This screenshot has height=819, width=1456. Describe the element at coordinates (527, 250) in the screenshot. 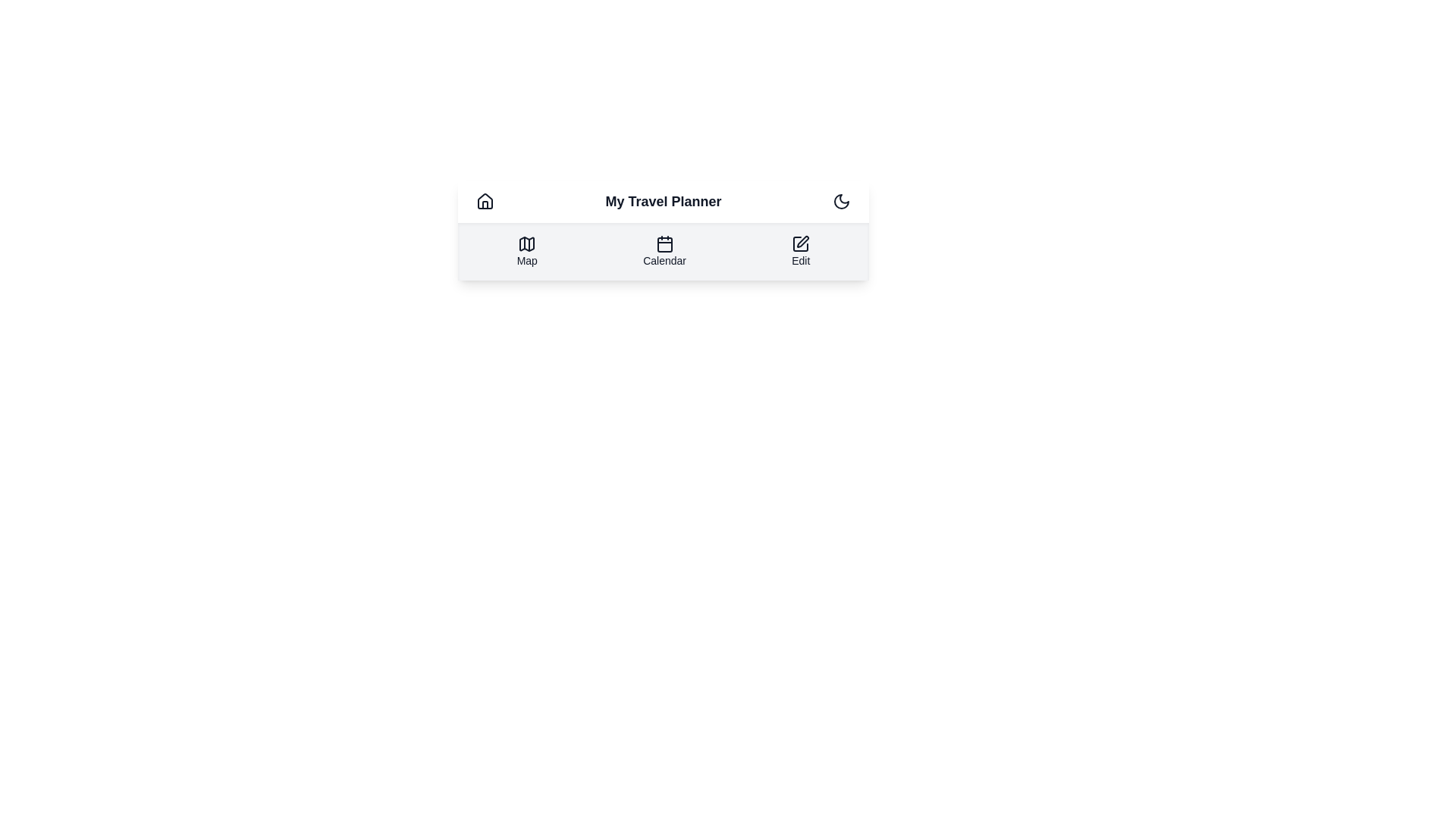

I see `the Map button to navigate to the corresponding section` at that location.